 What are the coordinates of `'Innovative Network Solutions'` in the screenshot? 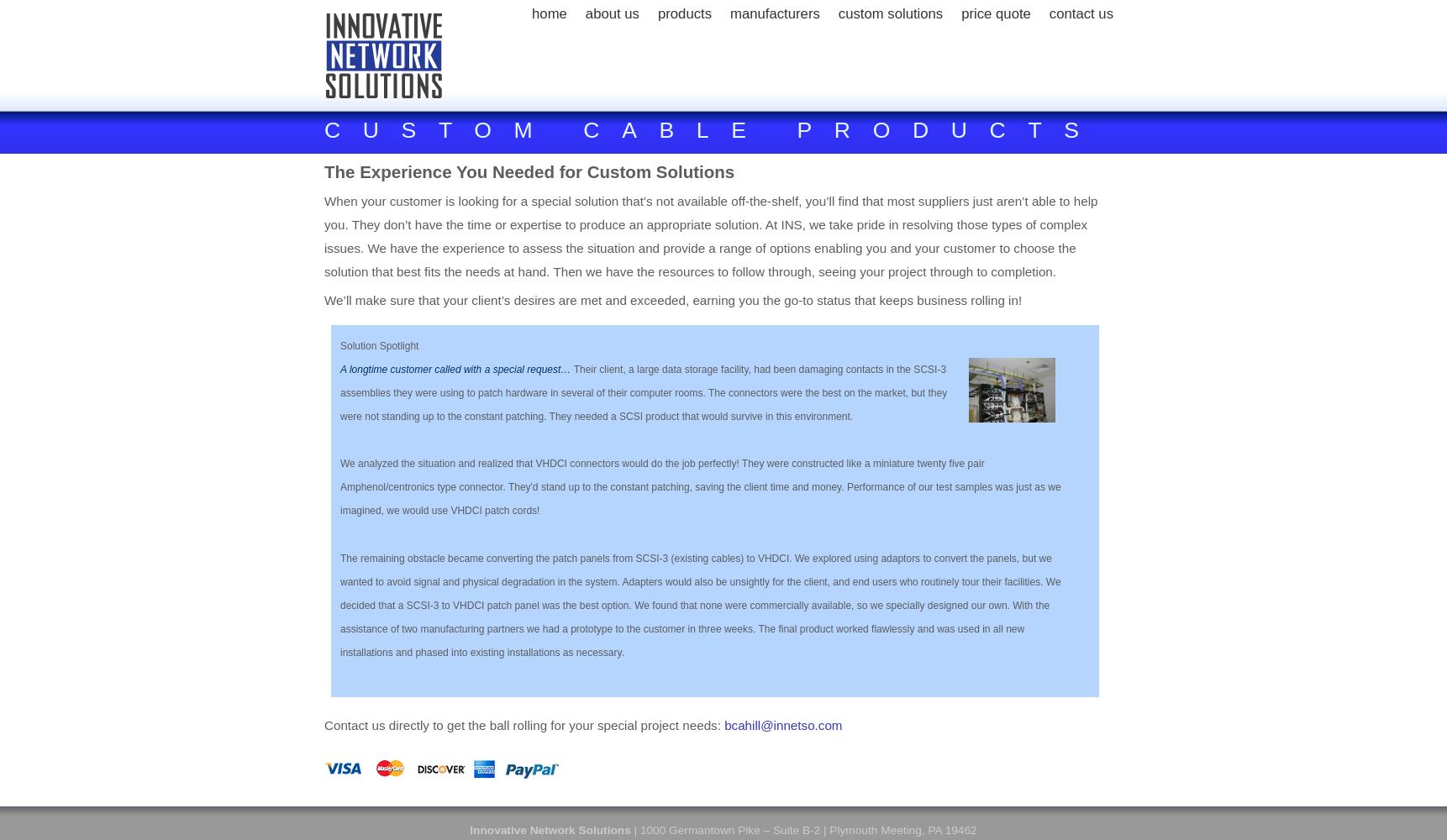 It's located at (550, 829).